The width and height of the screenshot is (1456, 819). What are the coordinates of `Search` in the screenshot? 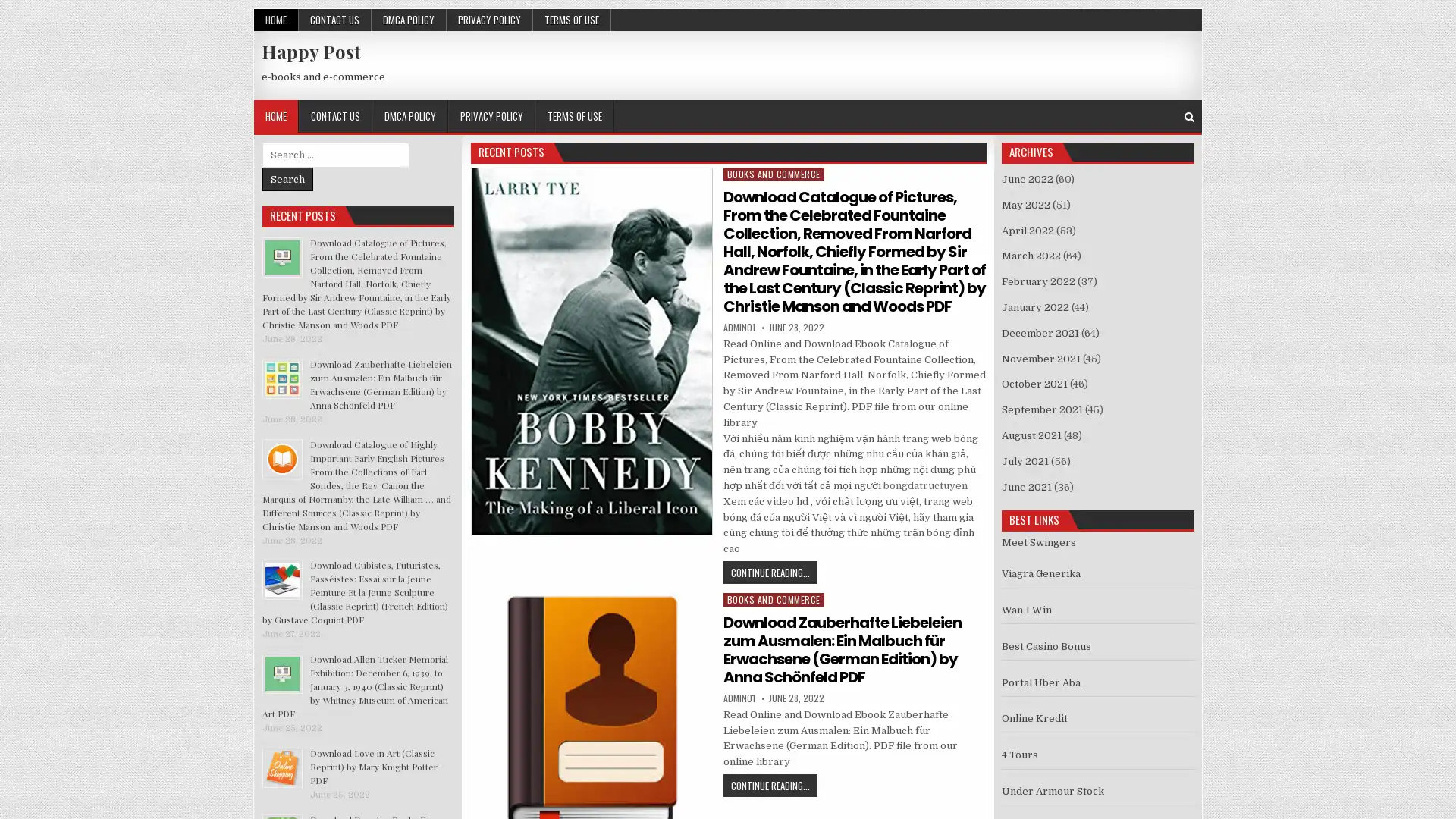 It's located at (287, 178).